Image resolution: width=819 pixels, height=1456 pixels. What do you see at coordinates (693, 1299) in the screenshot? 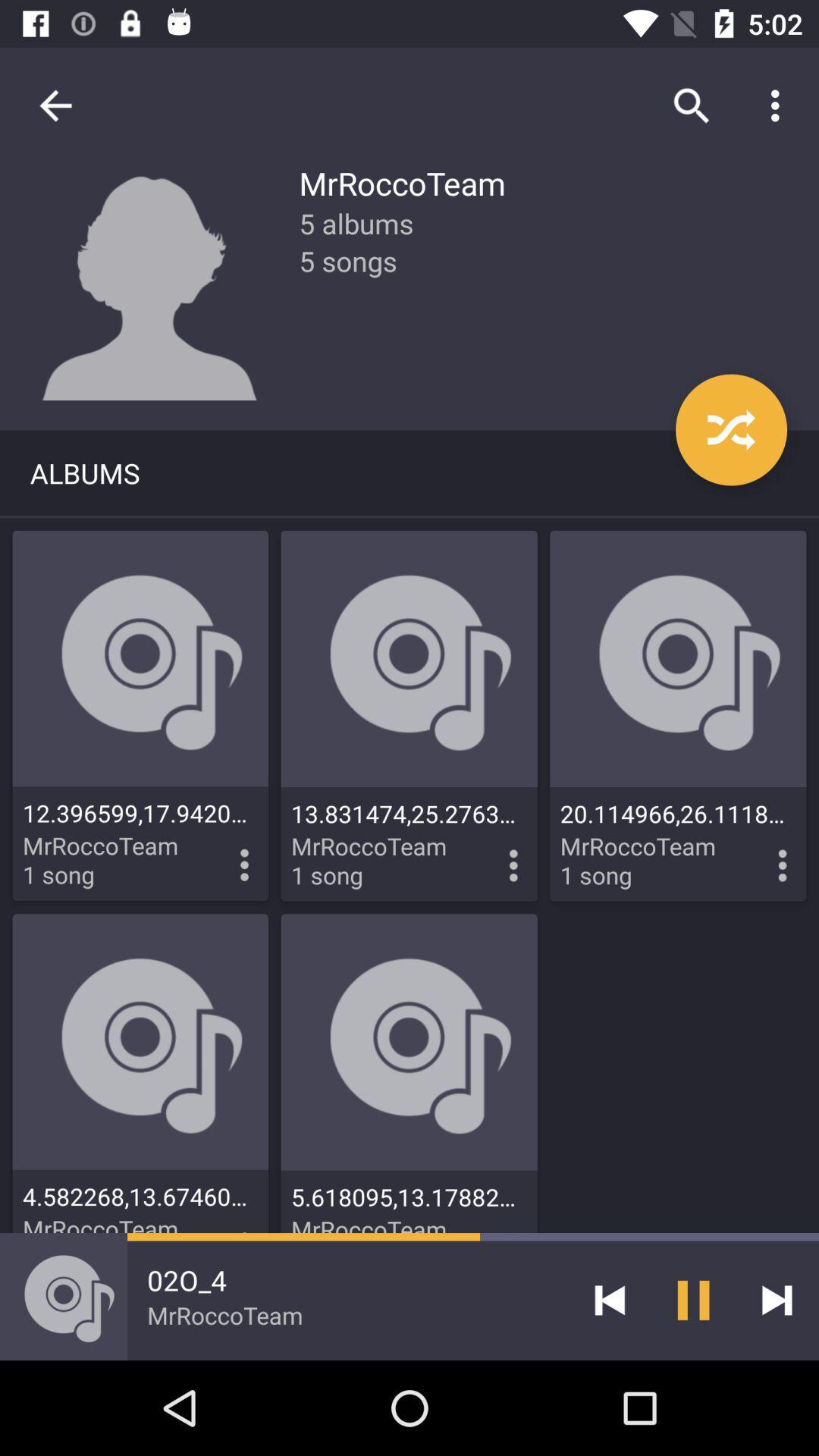
I see `the pause icon` at bounding box center [693, 1299].